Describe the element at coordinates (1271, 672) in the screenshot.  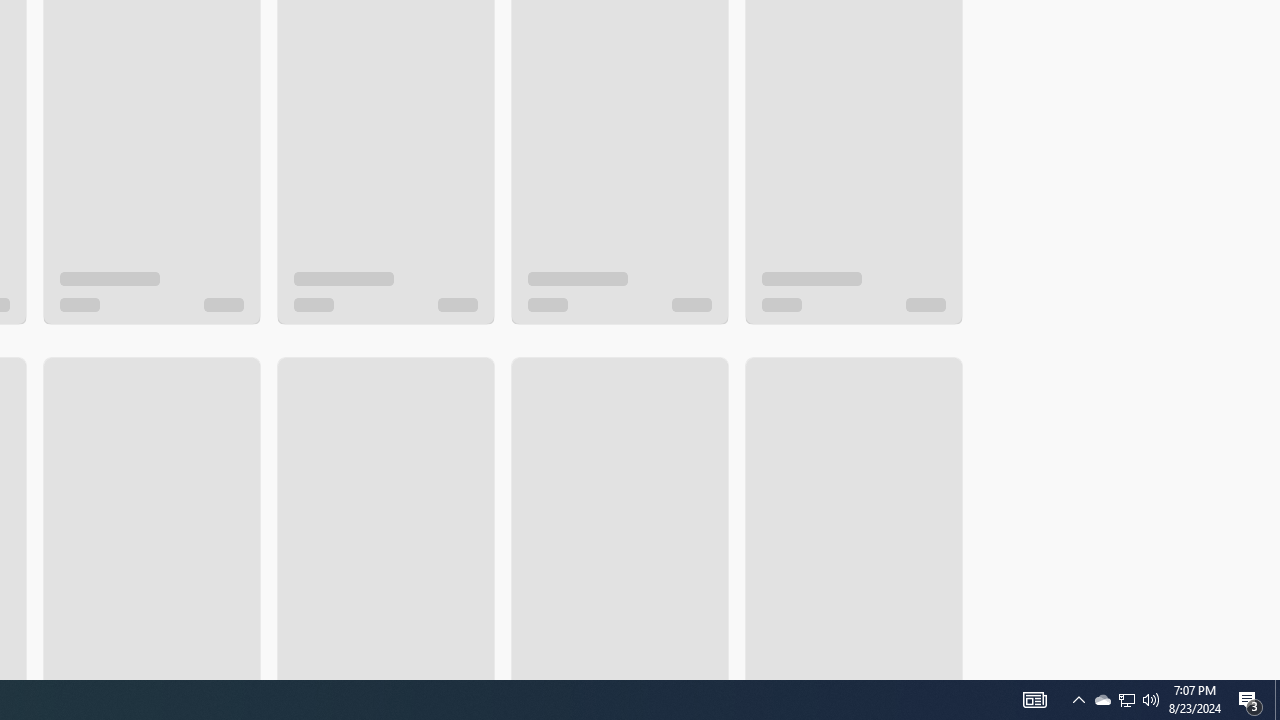
I see `'Vertical Small Increase'` at that location.